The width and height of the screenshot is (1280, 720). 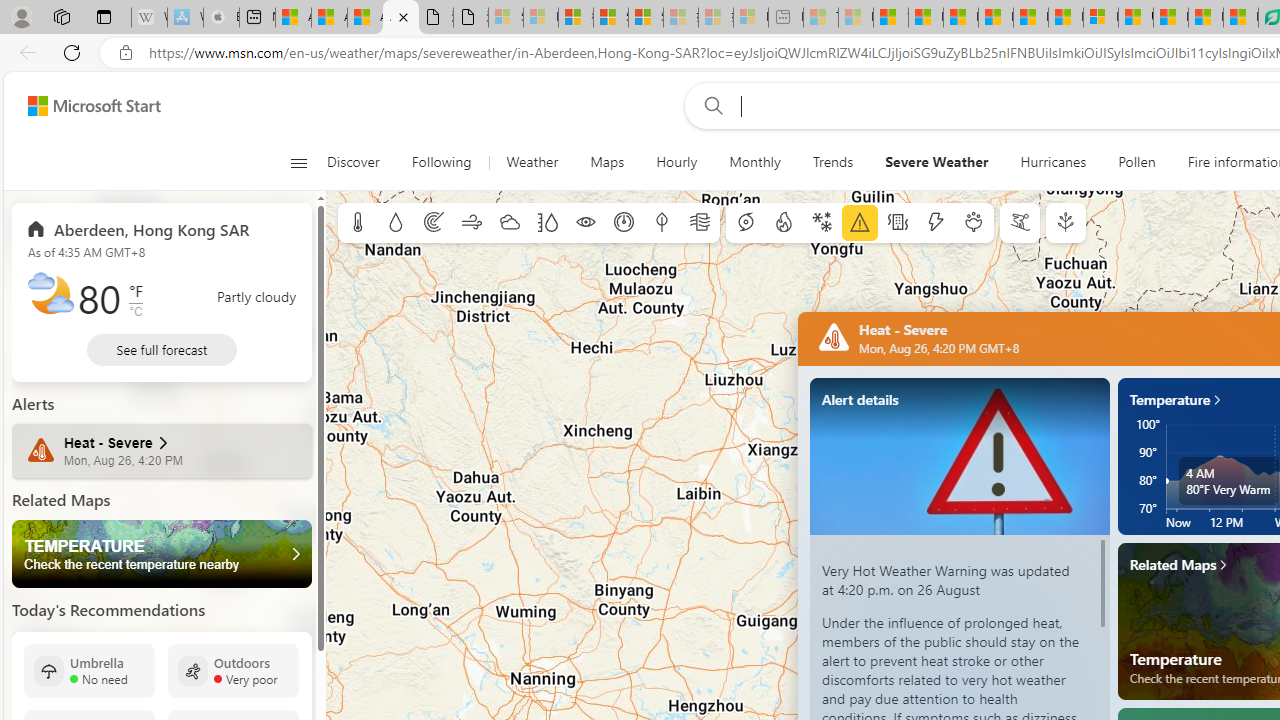 What do you see at coordinates (700, 223) in the screenshot?
I see `'Air quality'` at bounding box center [700, 223].